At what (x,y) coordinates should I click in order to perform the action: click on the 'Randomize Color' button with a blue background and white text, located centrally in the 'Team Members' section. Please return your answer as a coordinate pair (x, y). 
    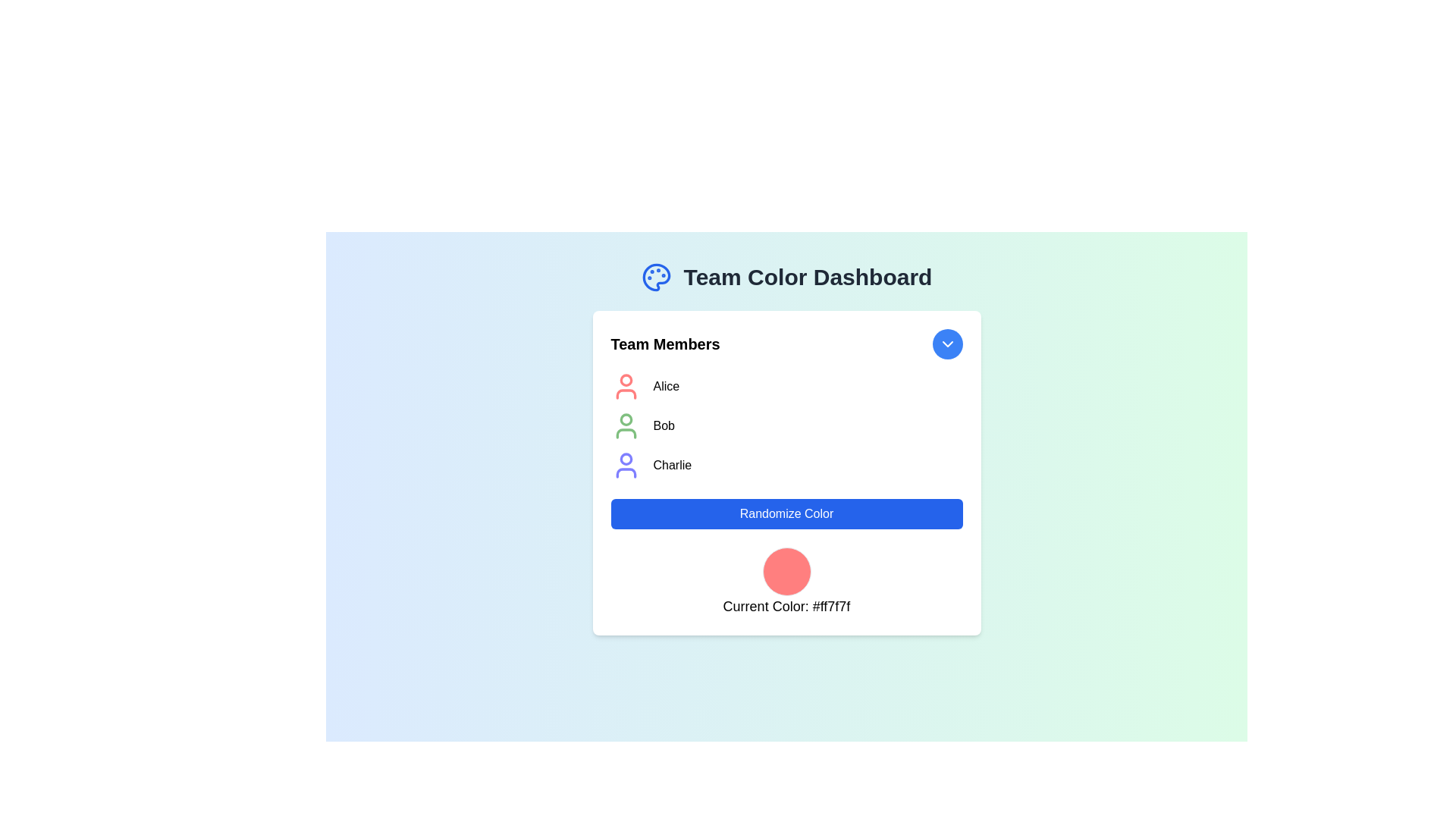
    Looking at the image, I should click on (786, 513).